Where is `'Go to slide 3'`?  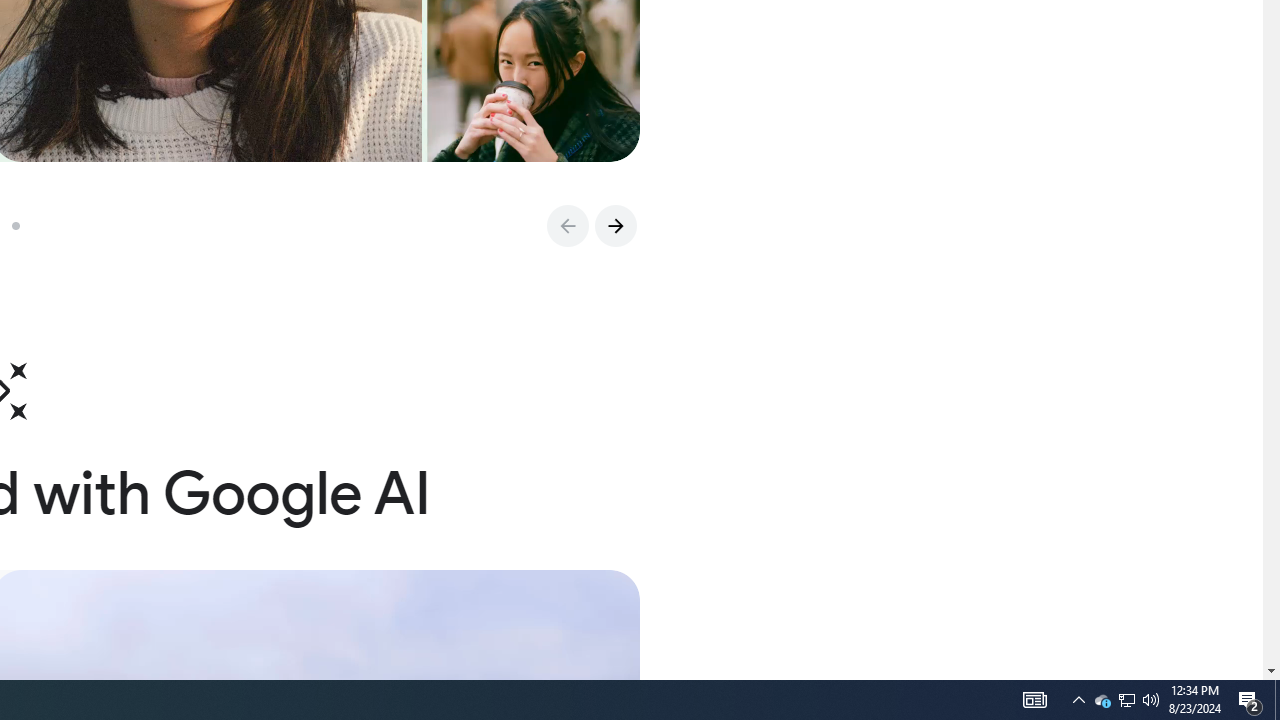 'Go to slide 3' is located at coordinates (23, 225).